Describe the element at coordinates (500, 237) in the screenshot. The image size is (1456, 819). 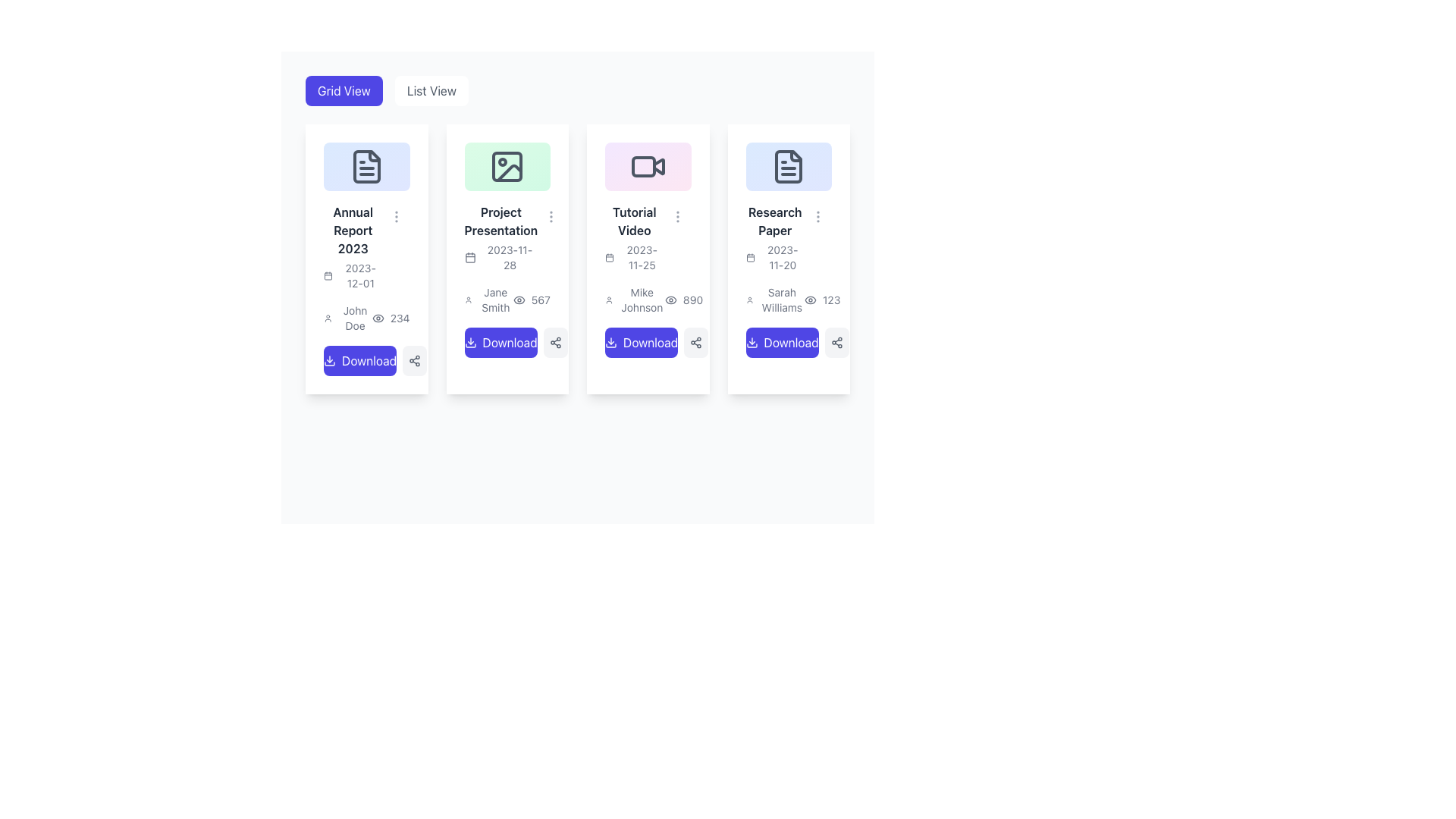
I see `the title and date text block of the second card in the horizontally-arranged grid, which provides essential contextual information about the card's content` at that location.